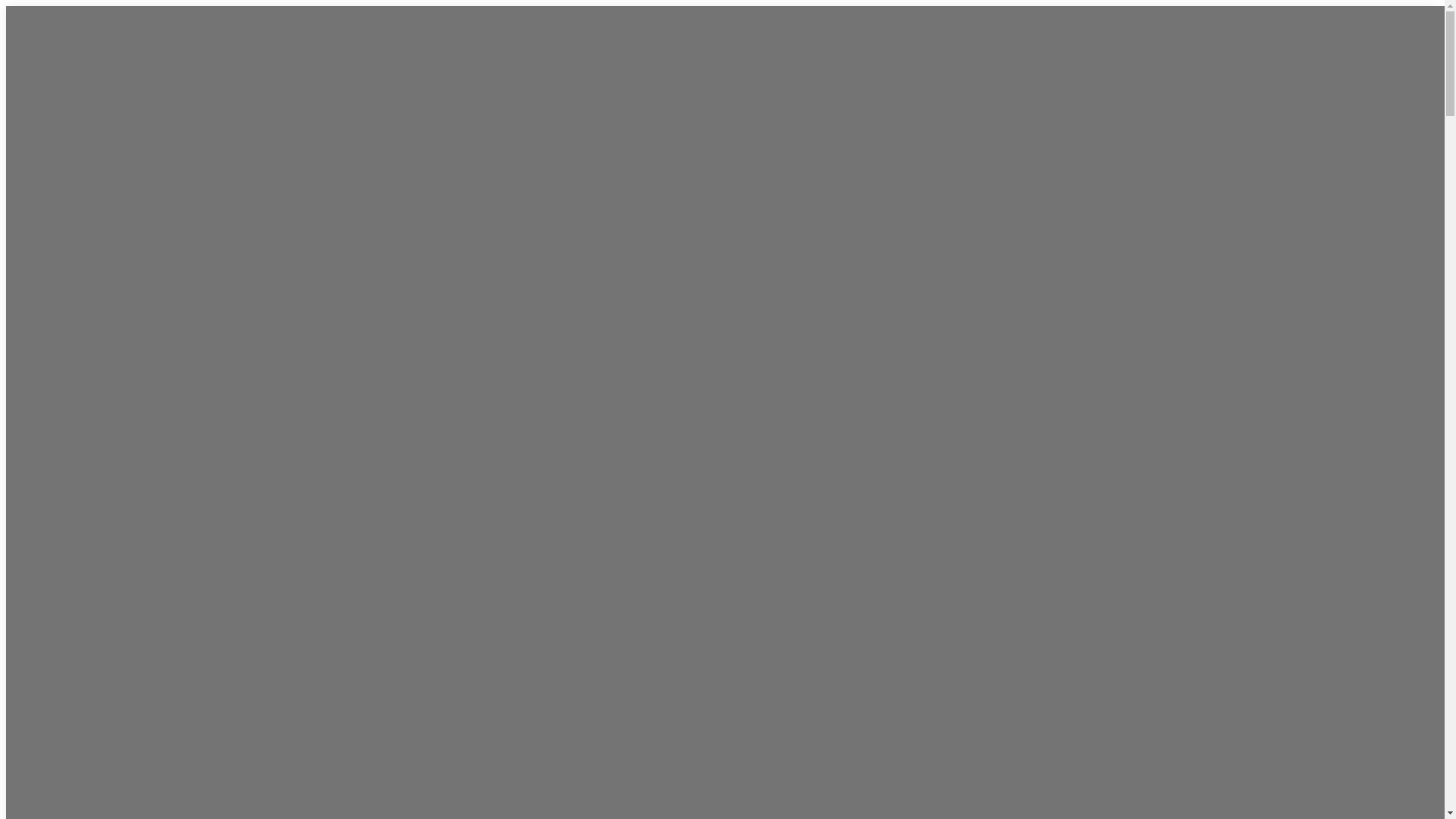 This screenshot has width=1456, height=819. I want to click on 'Serafina Carrington', so click(629, 449).